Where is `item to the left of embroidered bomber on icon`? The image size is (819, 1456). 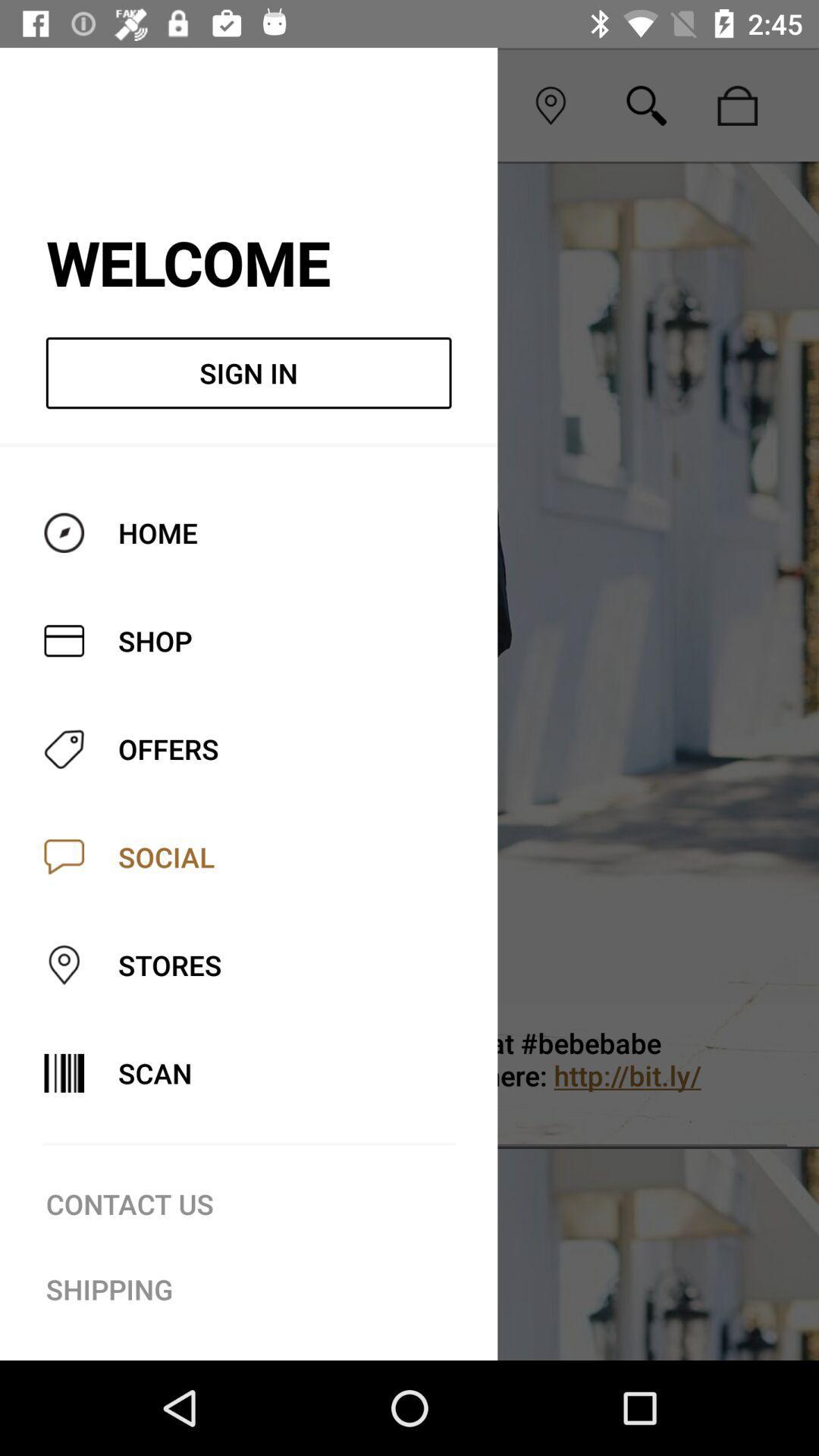
item to the left of embroidered bomber on icon is located at coordinates (62, 1066).